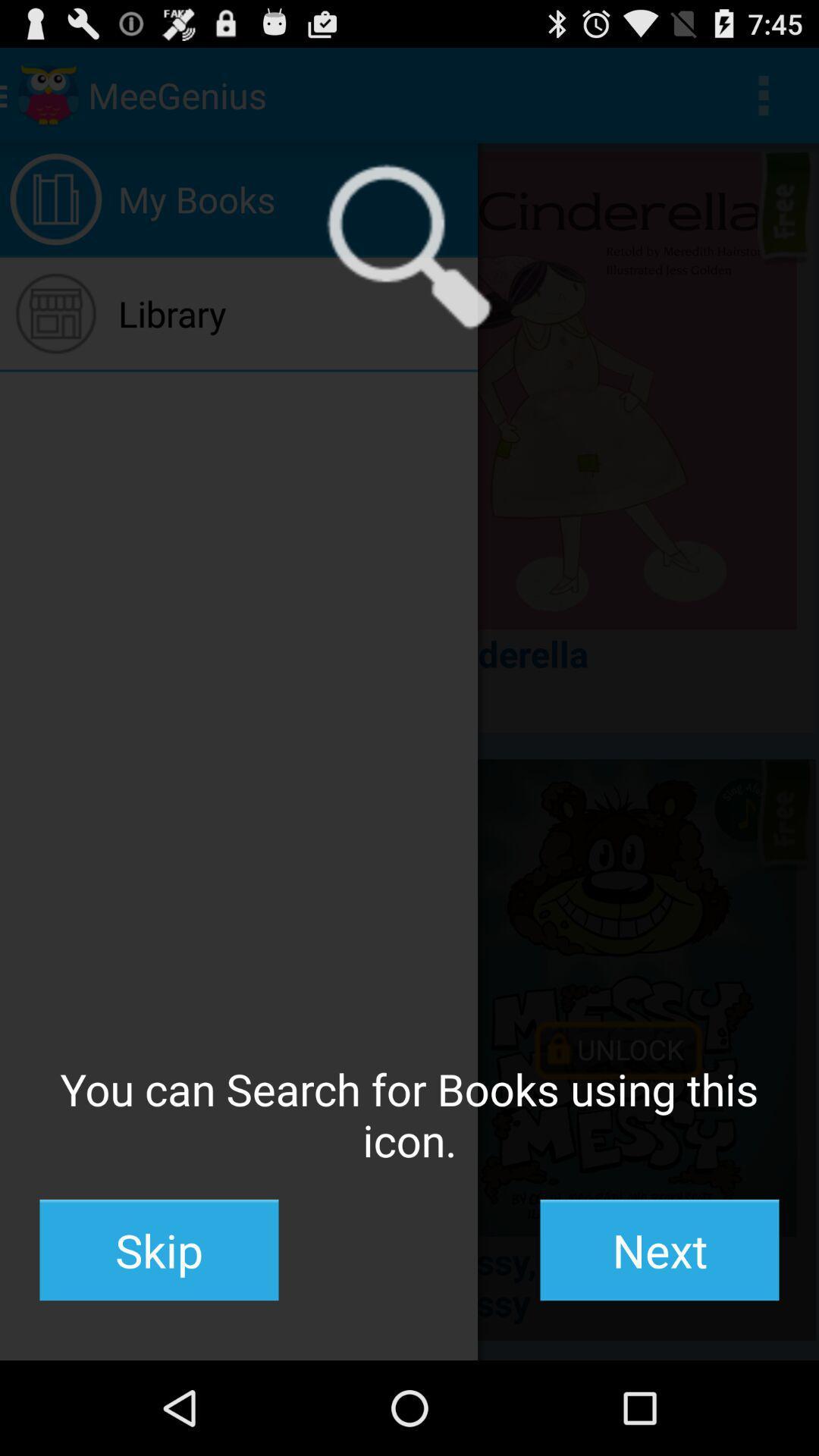  Describe the element at coordinates (158, 1250) in the screenshot. I see `skip` at that location.